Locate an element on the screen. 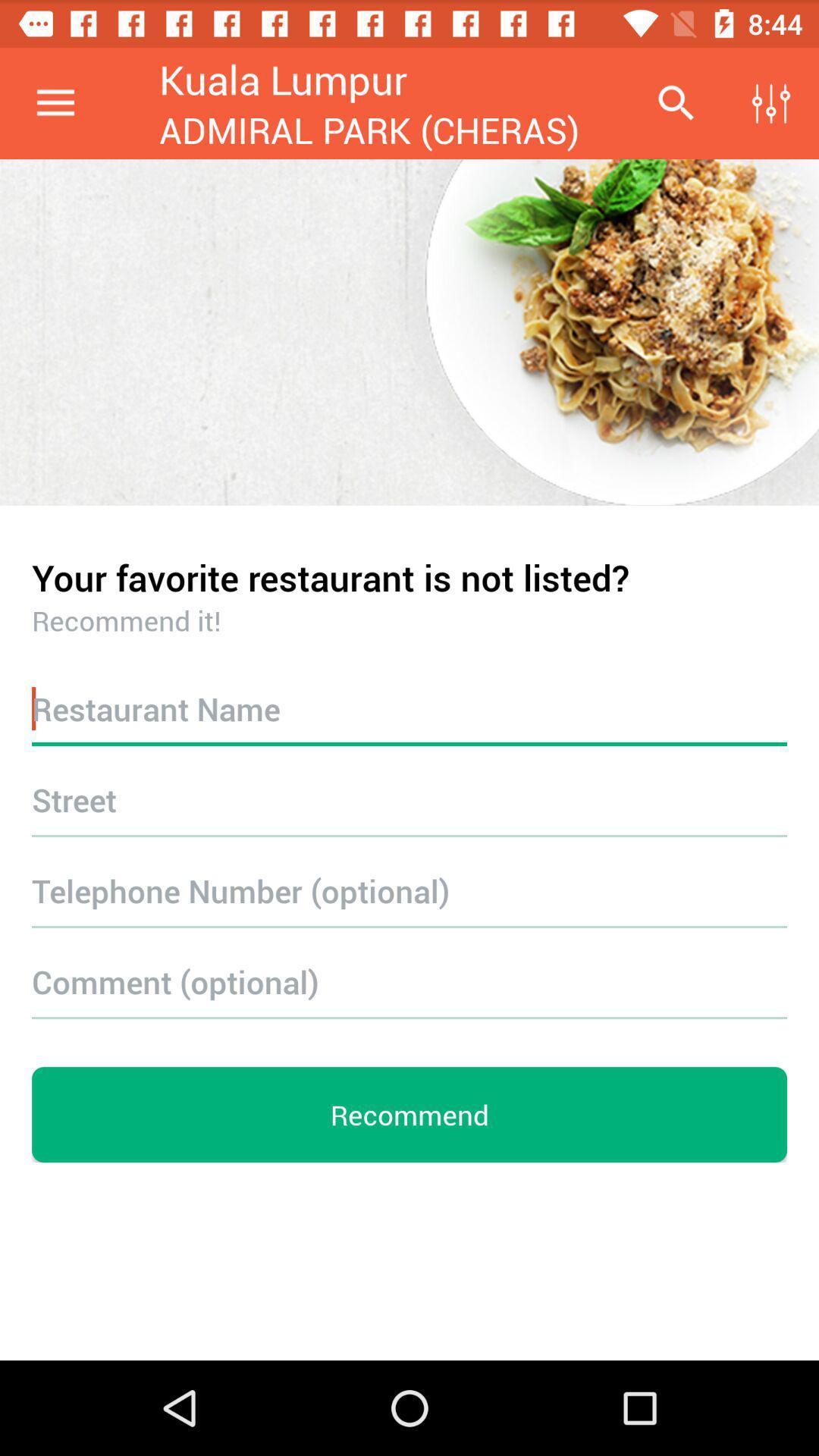 The height and width of the screenshot is (1456, 819). shows reataurant name area is located at coordinates (409, 708).